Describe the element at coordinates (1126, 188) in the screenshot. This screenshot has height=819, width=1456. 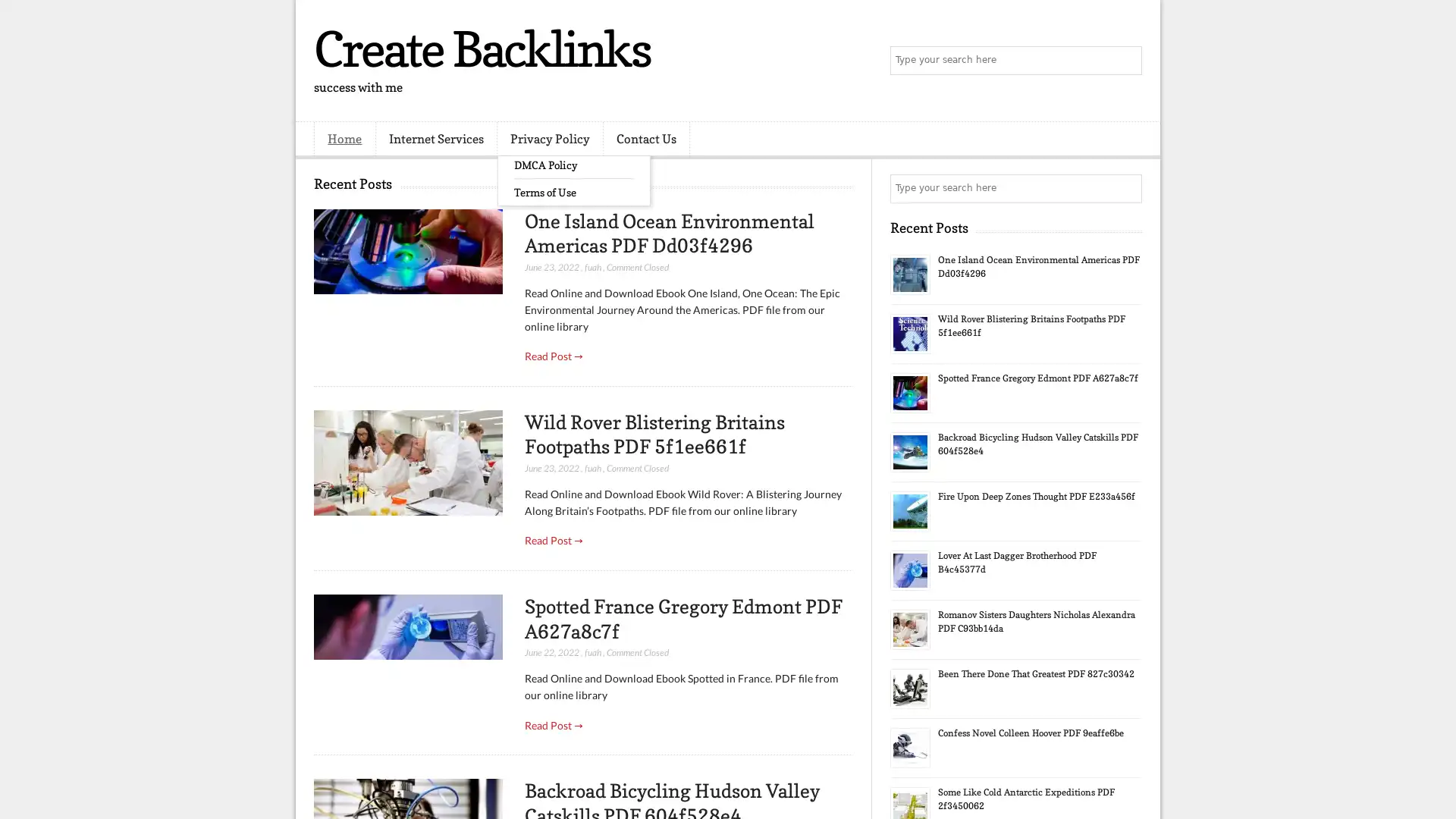
I see `Search` at that location.